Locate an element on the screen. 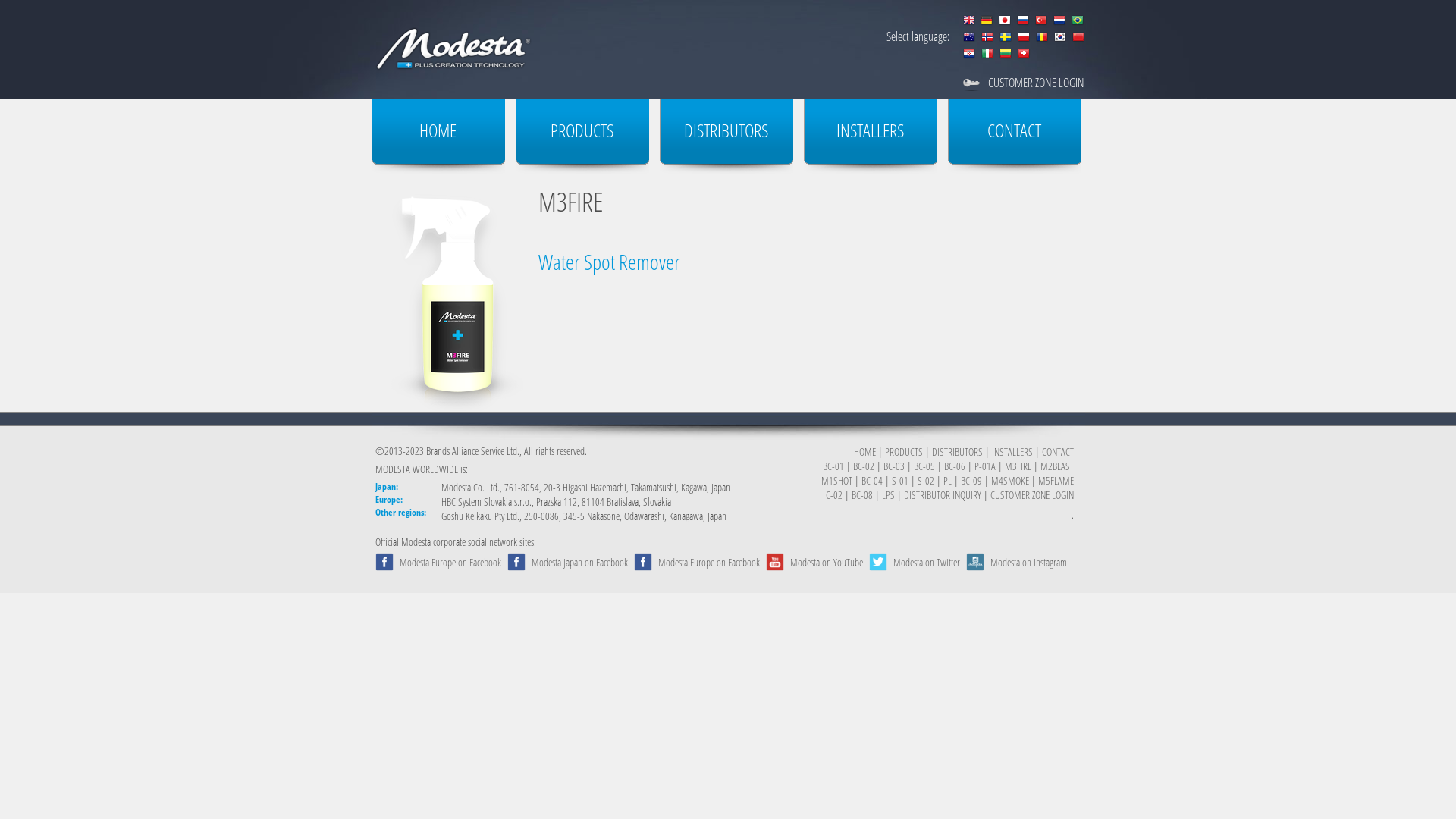 Image resolution: width=1456 pixels, height=819 pixels. 'C-02' is located at coordinates (833, 494).